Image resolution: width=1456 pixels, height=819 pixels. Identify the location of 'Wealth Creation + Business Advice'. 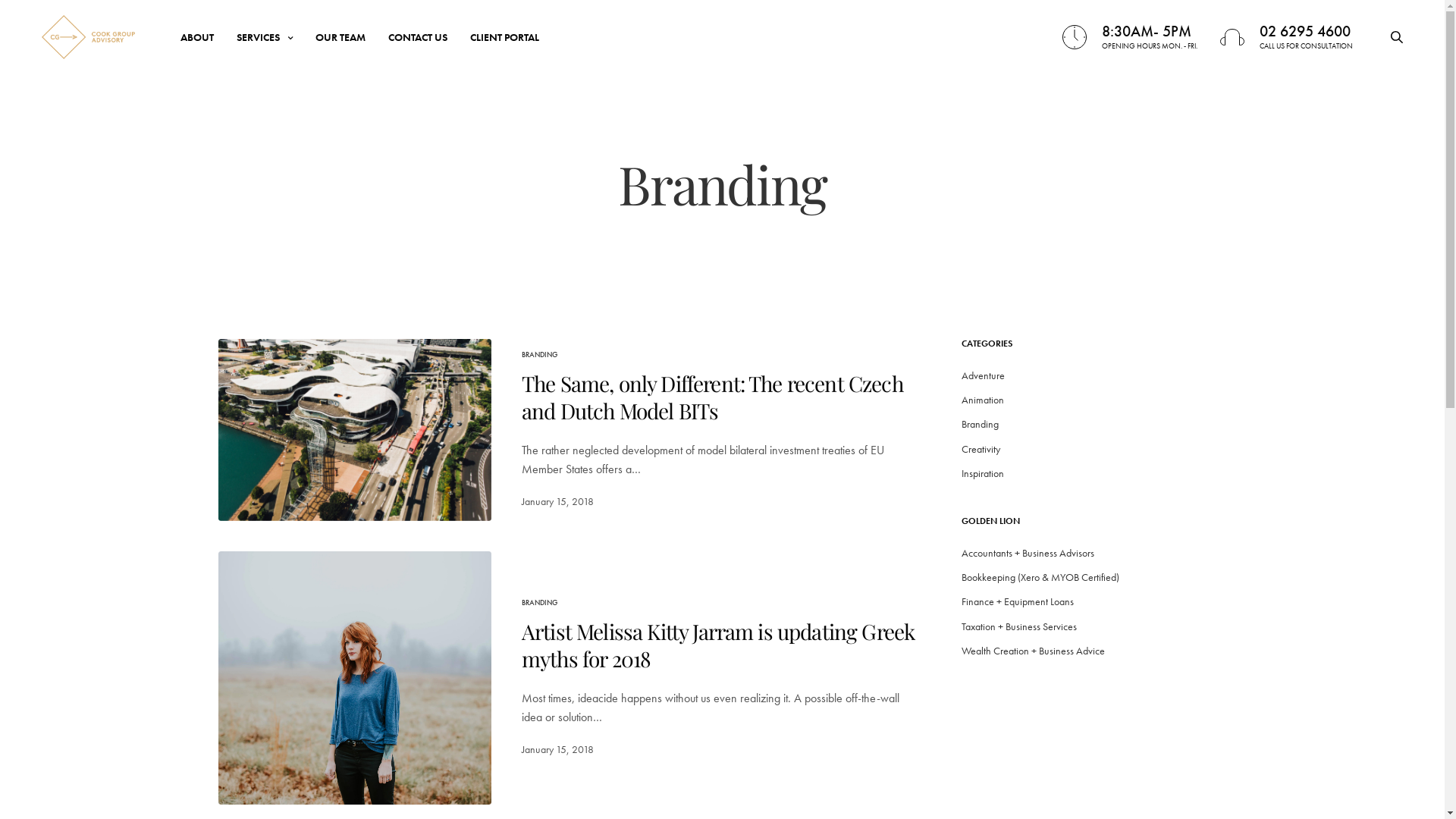
(1032, 649).